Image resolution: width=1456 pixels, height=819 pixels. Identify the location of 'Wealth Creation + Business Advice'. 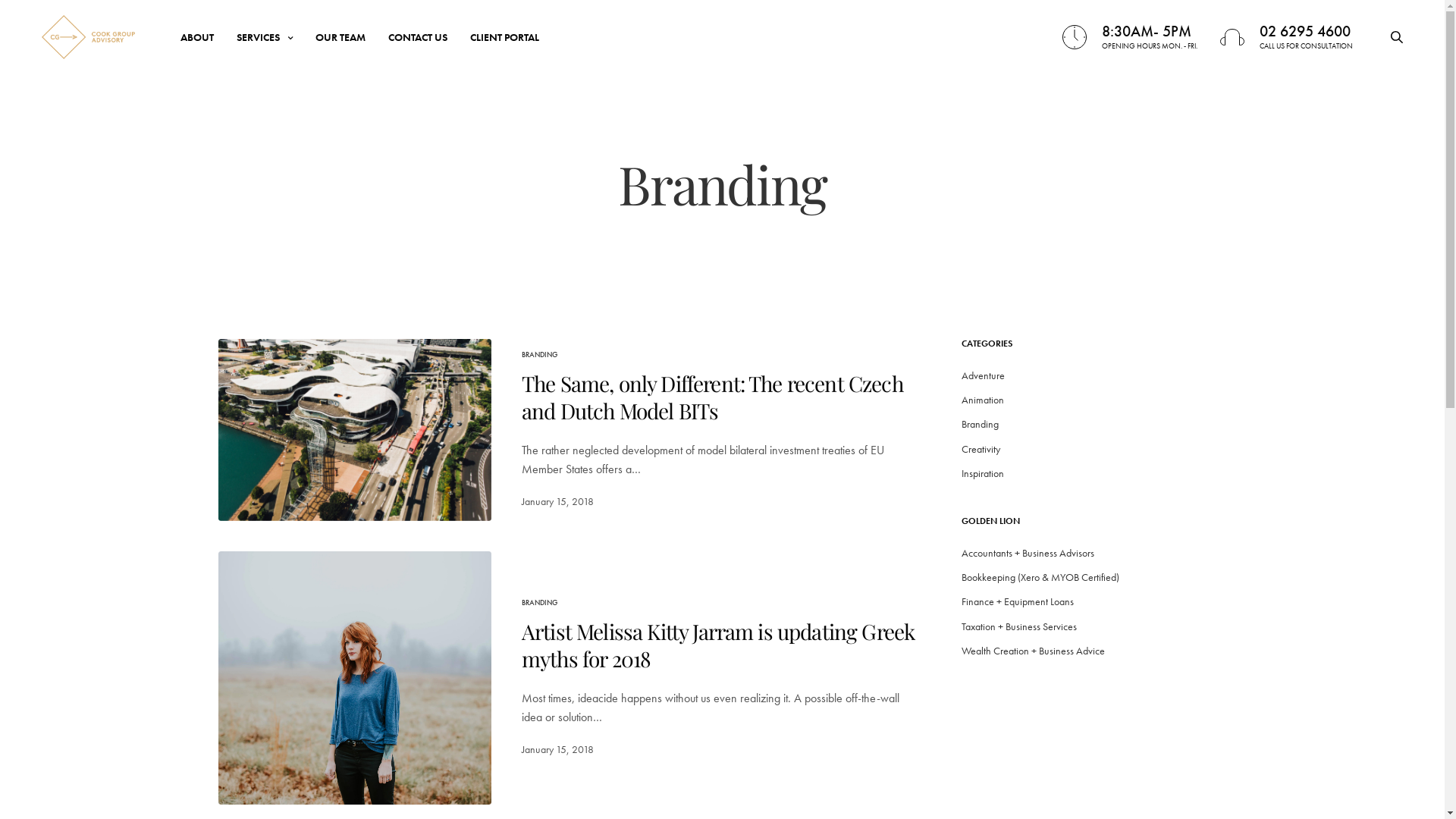
(1032, 649).